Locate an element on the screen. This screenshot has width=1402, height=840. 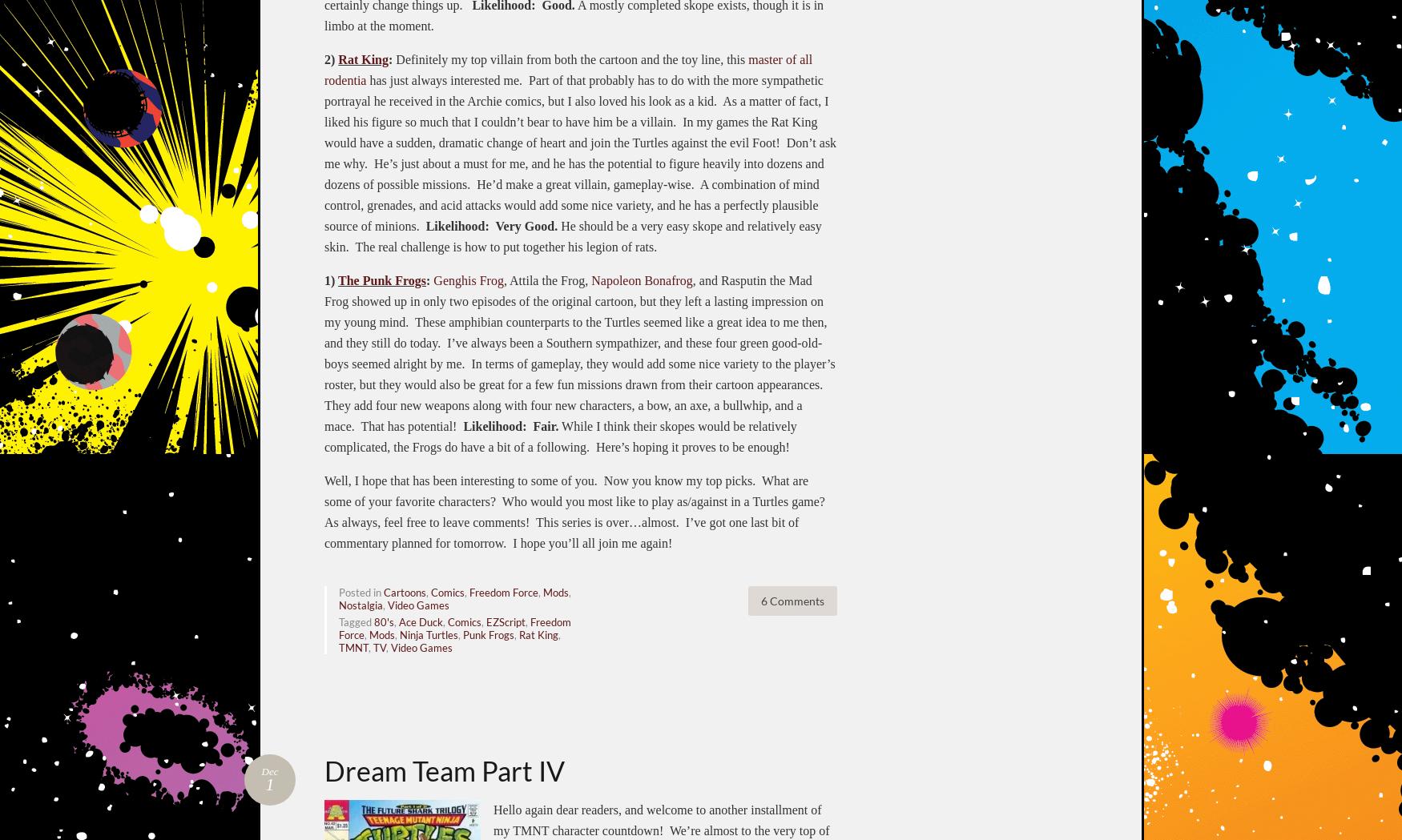
'80's' is located at coordinates (384, 621).